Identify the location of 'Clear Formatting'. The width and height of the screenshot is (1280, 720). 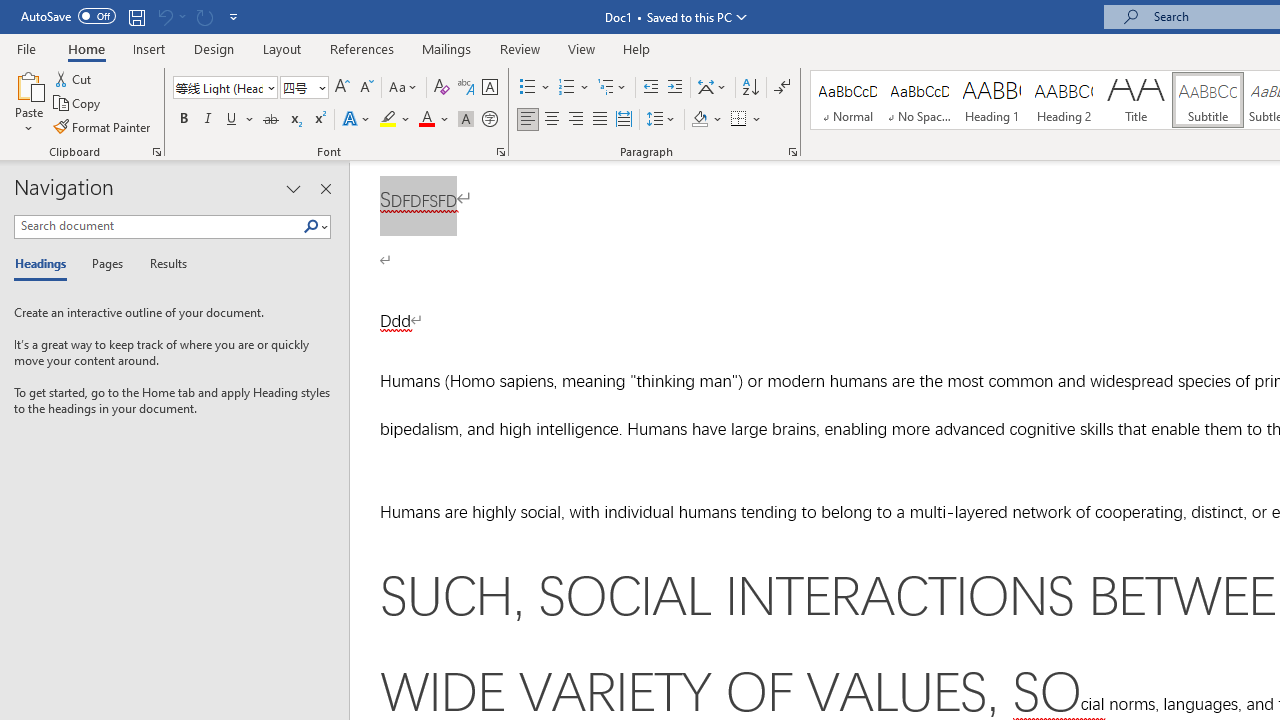
(441, 86).